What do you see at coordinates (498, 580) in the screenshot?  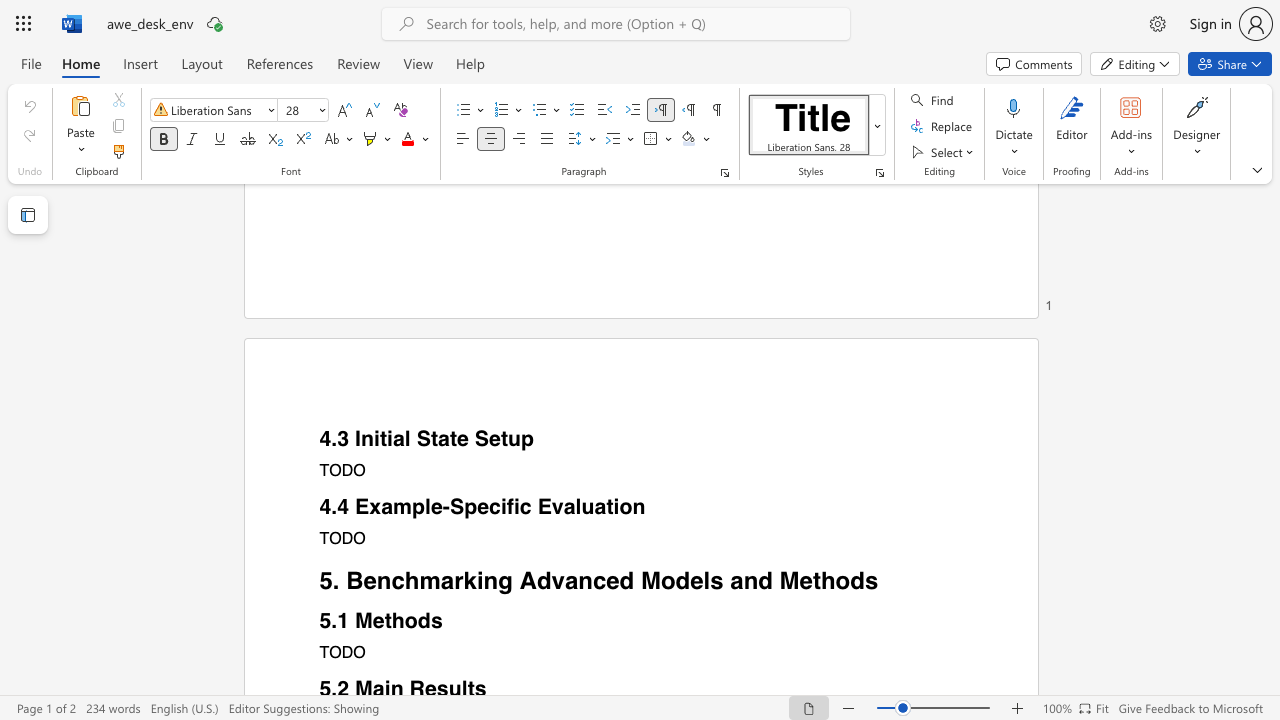 I see `the subset text "g Advanced" within the text "5. Benchmarking Advanced Models and Methods"` at bounding box center [498, 580].